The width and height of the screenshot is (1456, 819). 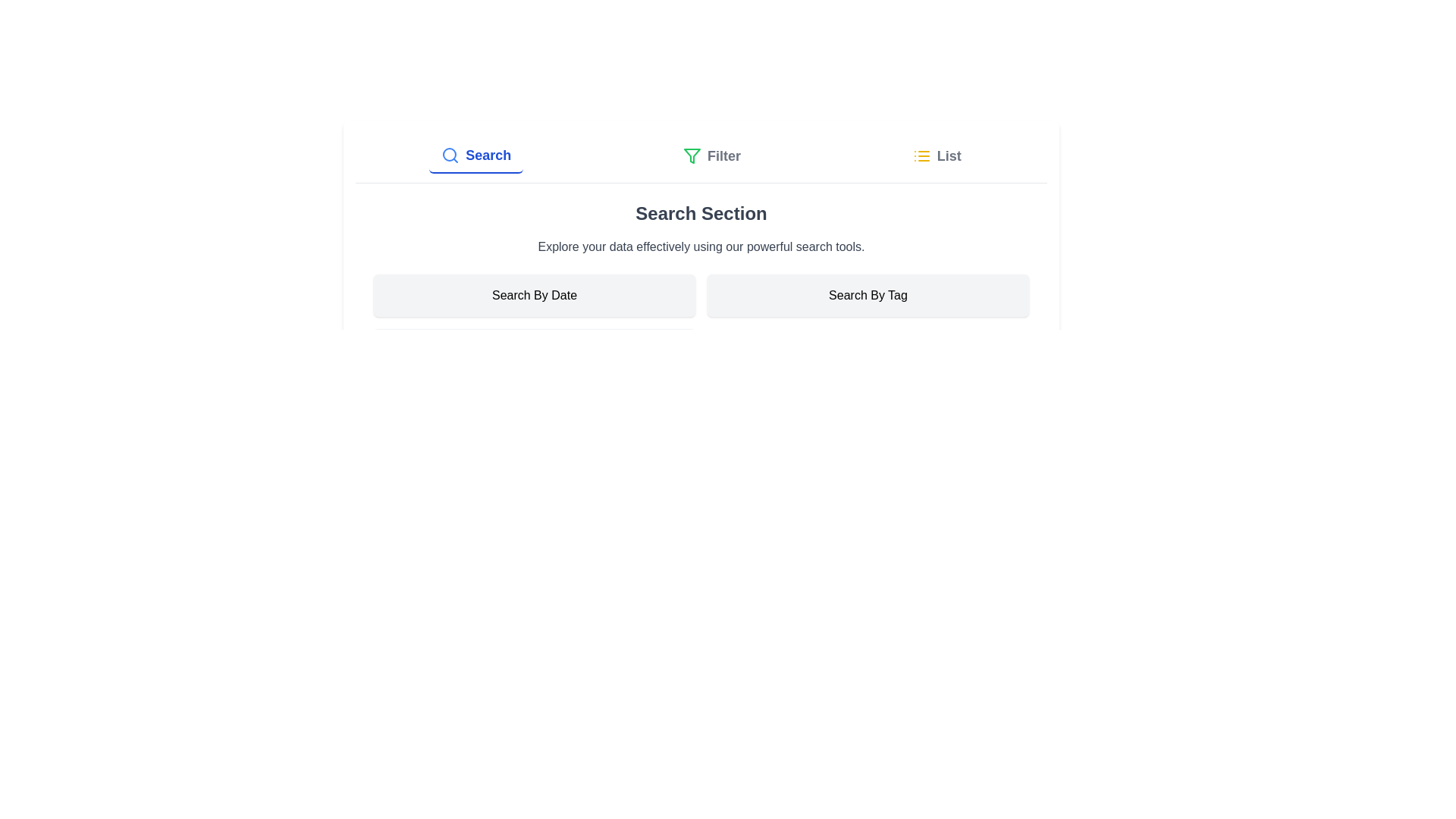 I want to click on the Filter tab by clicking on it, so click(x=711, y=155).